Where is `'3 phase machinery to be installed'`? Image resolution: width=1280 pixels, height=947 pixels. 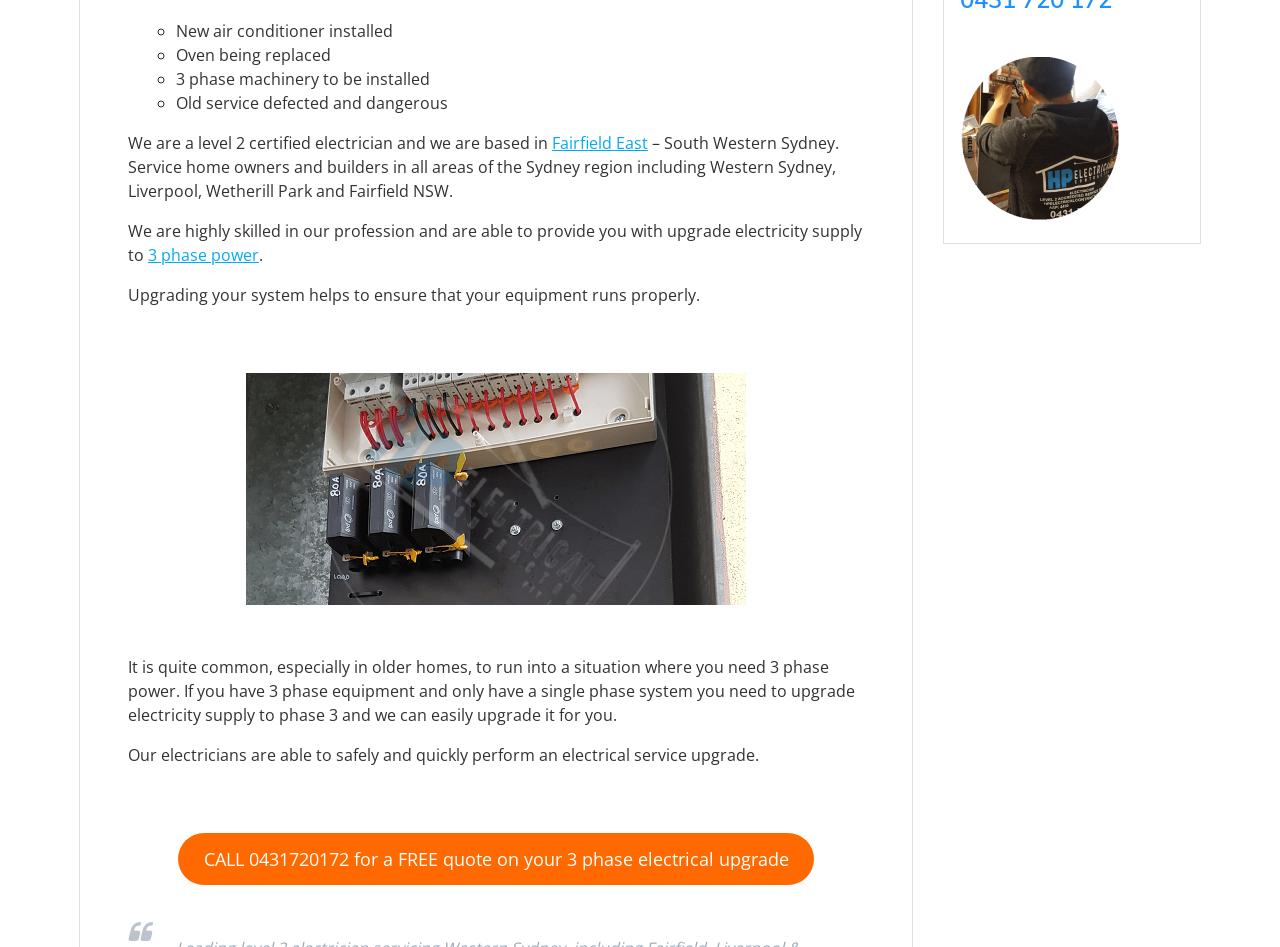 '3 phase machinery to be installed' is located at coordinates (301, 78).